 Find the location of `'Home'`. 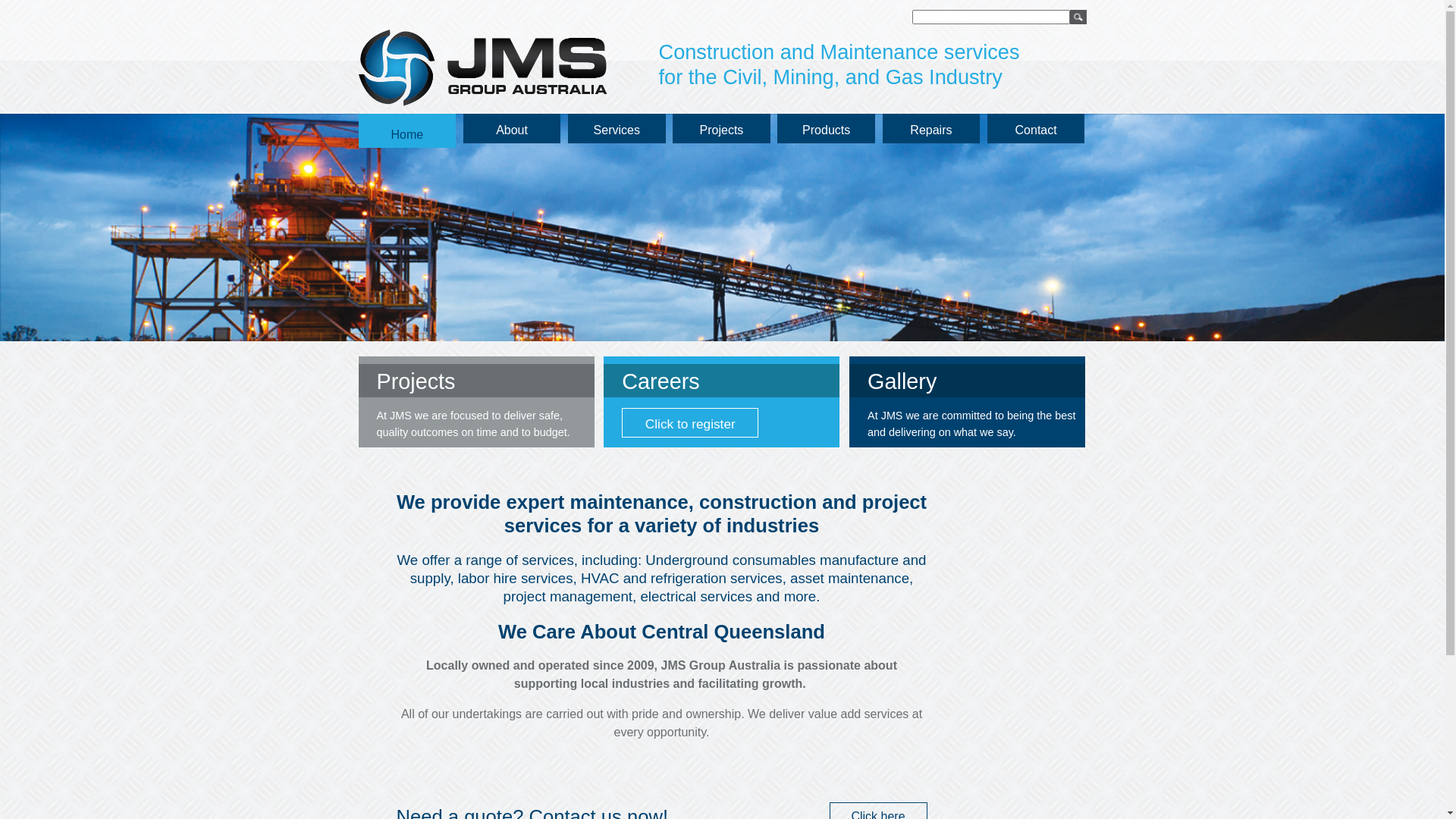

'Home' is located at coordinates (356, 130).